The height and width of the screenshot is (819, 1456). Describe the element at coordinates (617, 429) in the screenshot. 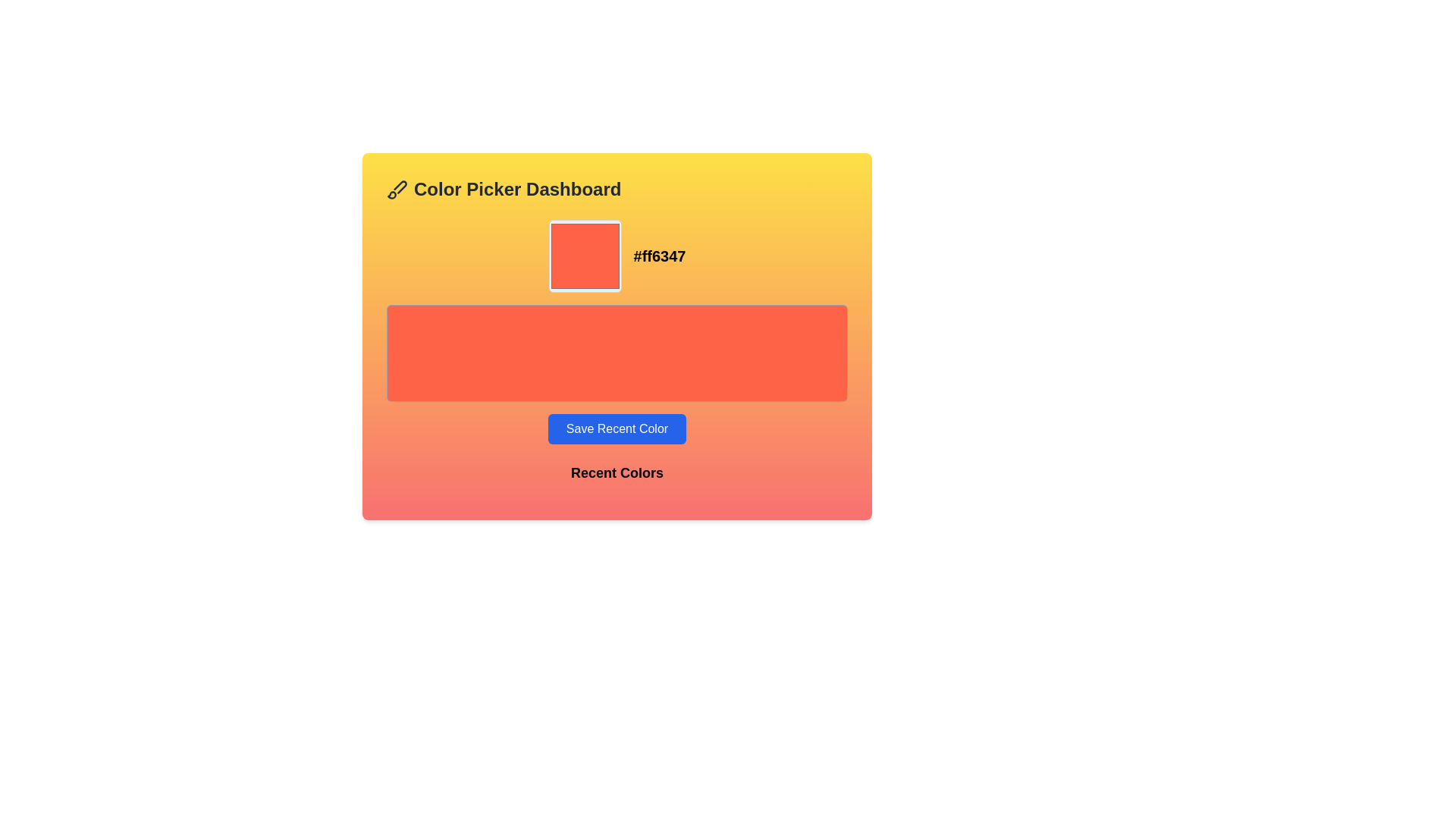

I see `the save button located at the lower region of the color panel` at that location.